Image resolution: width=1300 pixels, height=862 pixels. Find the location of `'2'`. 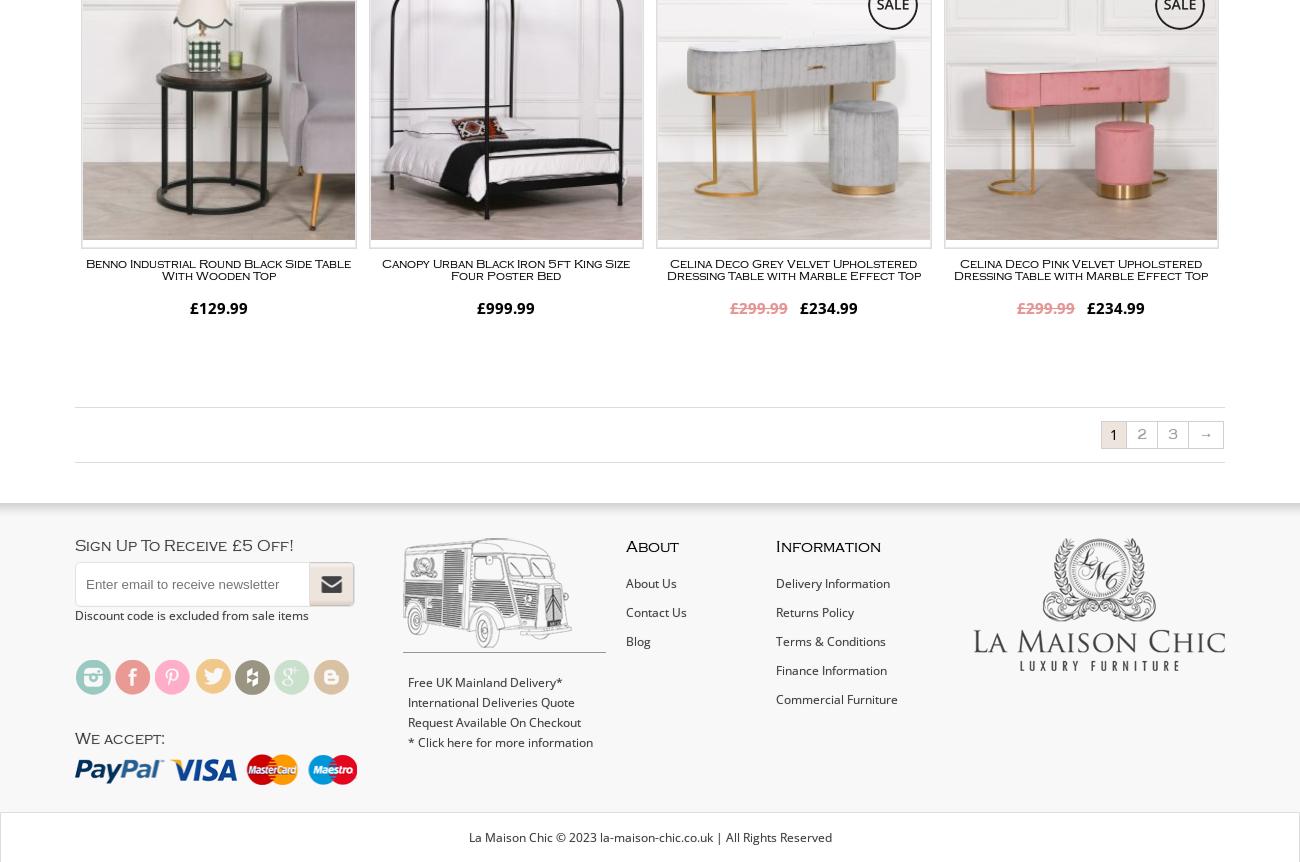

'2' is located at coordinates (1142, 434).